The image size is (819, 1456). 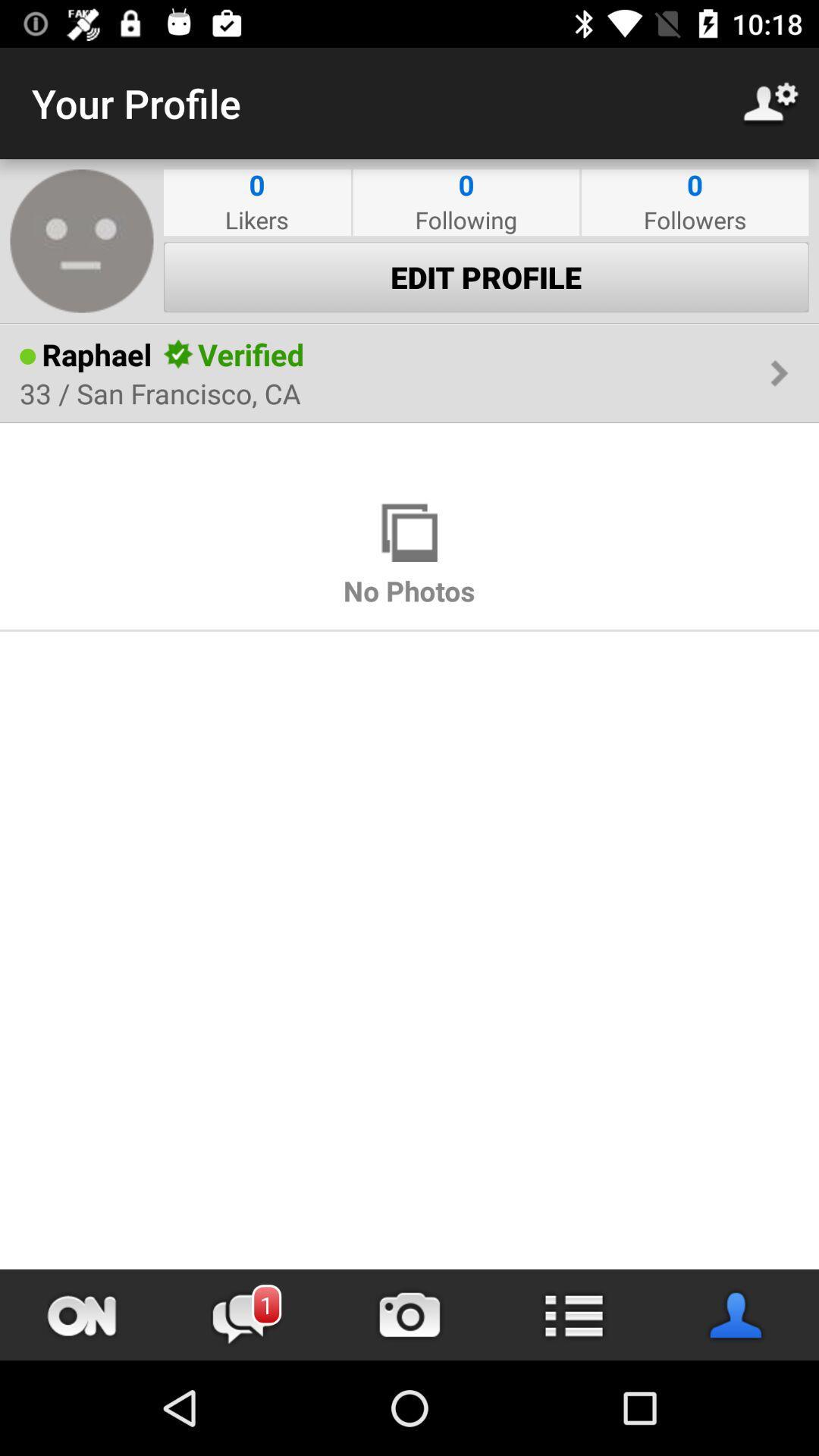 What do you see at coordinates (82, 240) in the screenshot?
I see `profile avatar` at bounding box center [82, 240].